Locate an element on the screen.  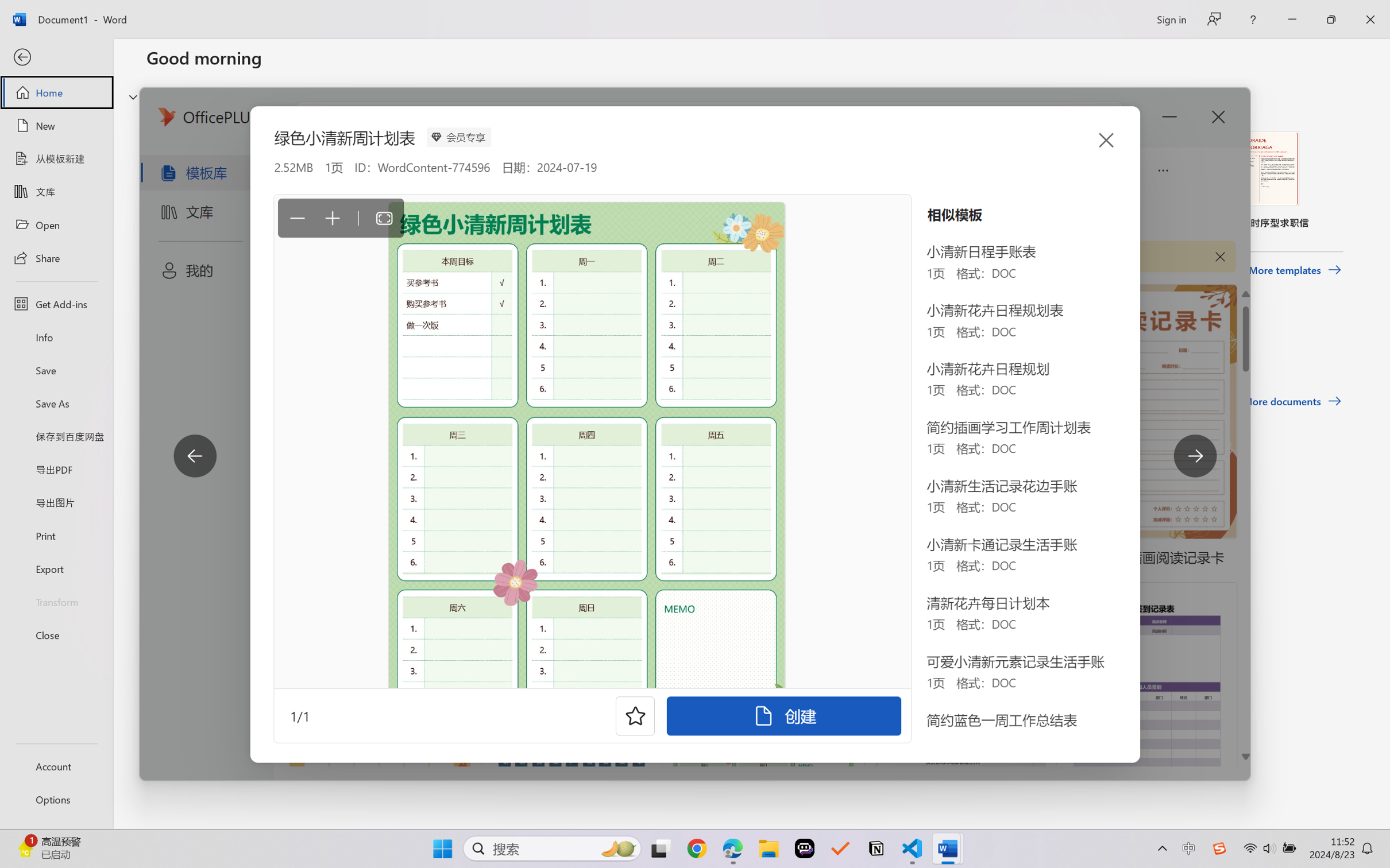
'Save As' is located at coordinates (56, 403).